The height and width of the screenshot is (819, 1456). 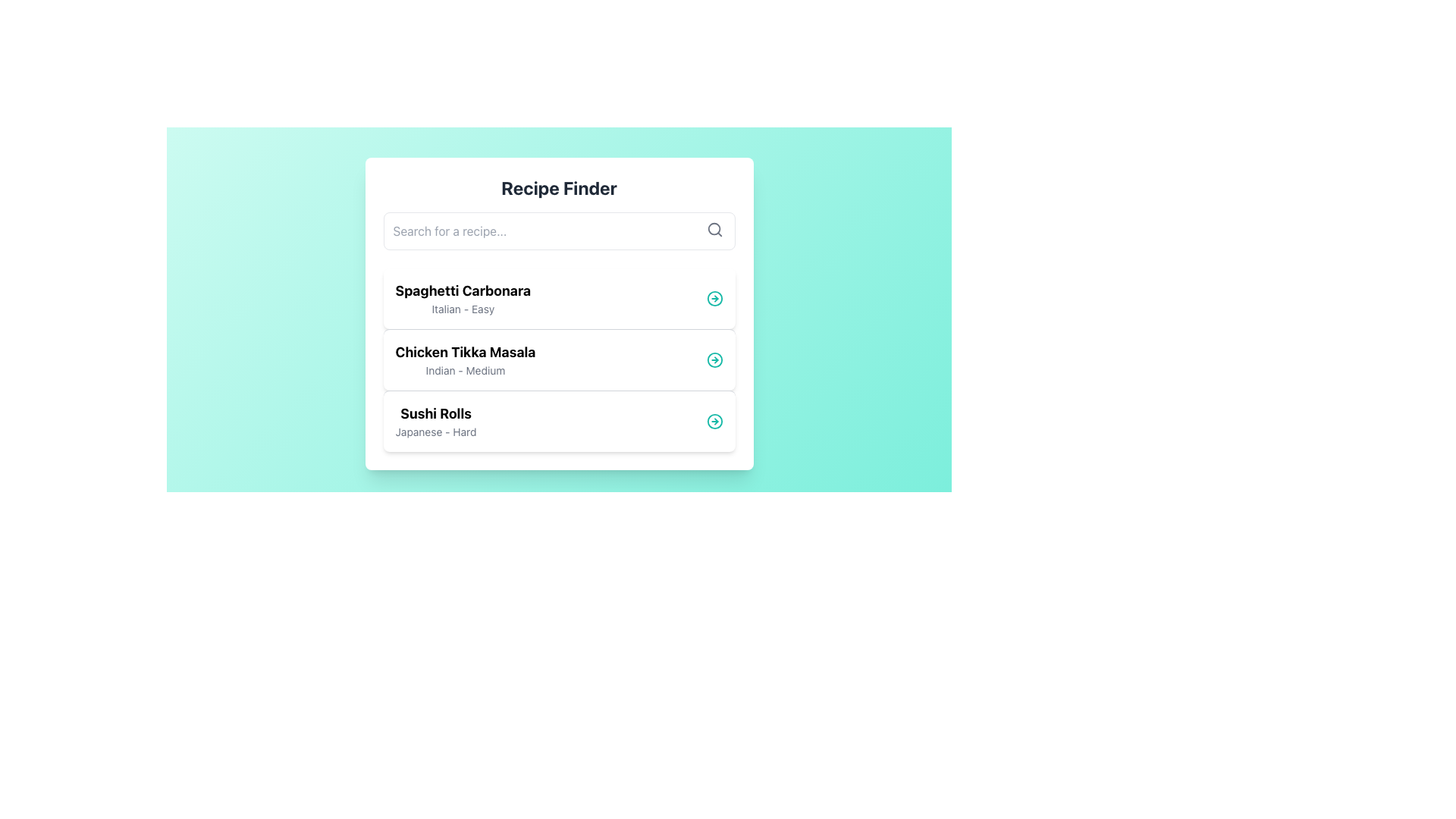 What do you see at coordinates (462, 298) in the screenshot?
I see `information displayed on the text label titled 'Spaghetti Carbonara' which provides details about the recipe as the first entry in the 'Recipe Finder'` at bounding box center [462, 298].